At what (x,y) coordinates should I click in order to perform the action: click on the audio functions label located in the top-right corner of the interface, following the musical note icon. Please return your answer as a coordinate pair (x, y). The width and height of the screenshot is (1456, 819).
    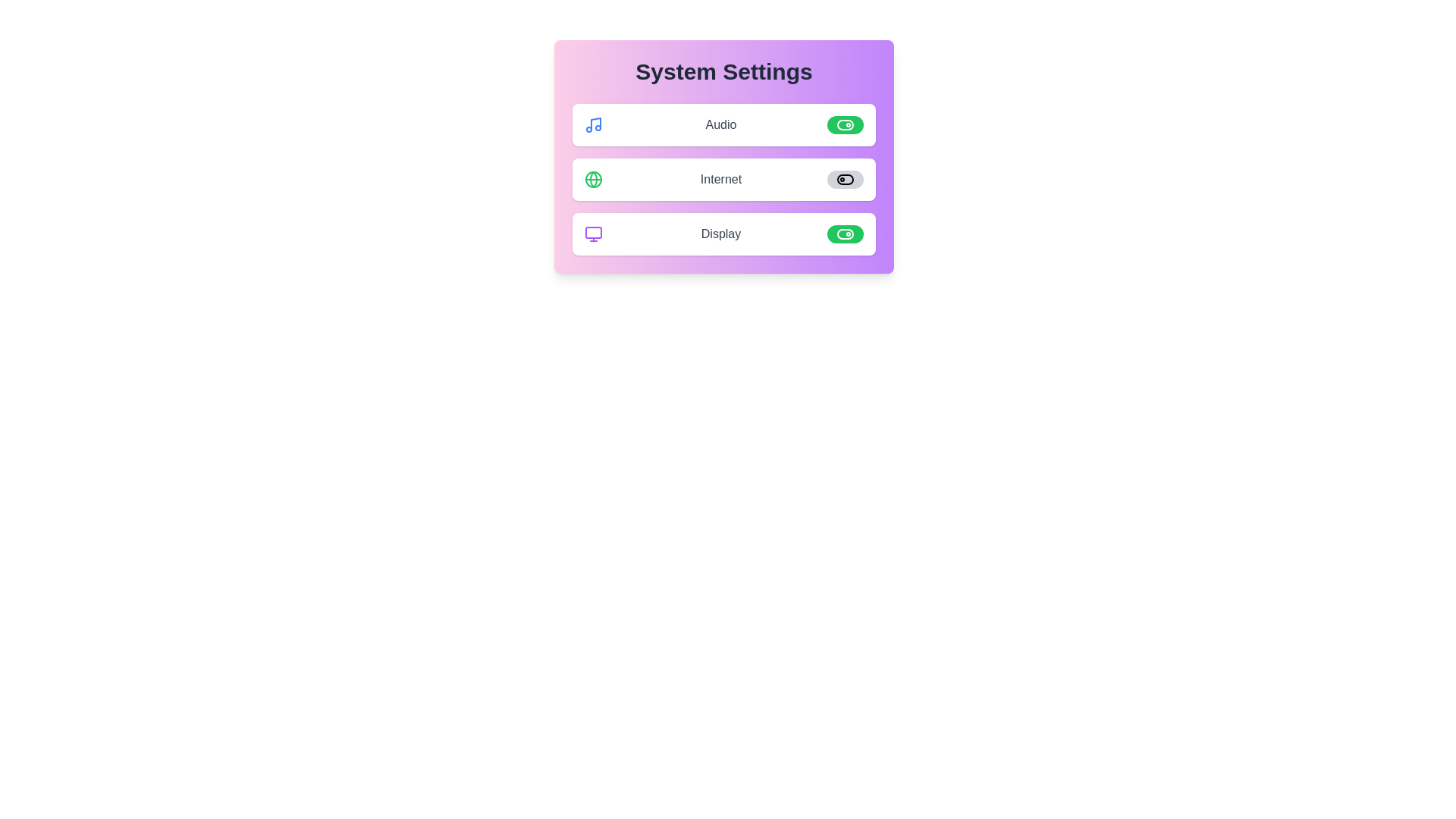
    Looking at the image, I should click on (720, 124).